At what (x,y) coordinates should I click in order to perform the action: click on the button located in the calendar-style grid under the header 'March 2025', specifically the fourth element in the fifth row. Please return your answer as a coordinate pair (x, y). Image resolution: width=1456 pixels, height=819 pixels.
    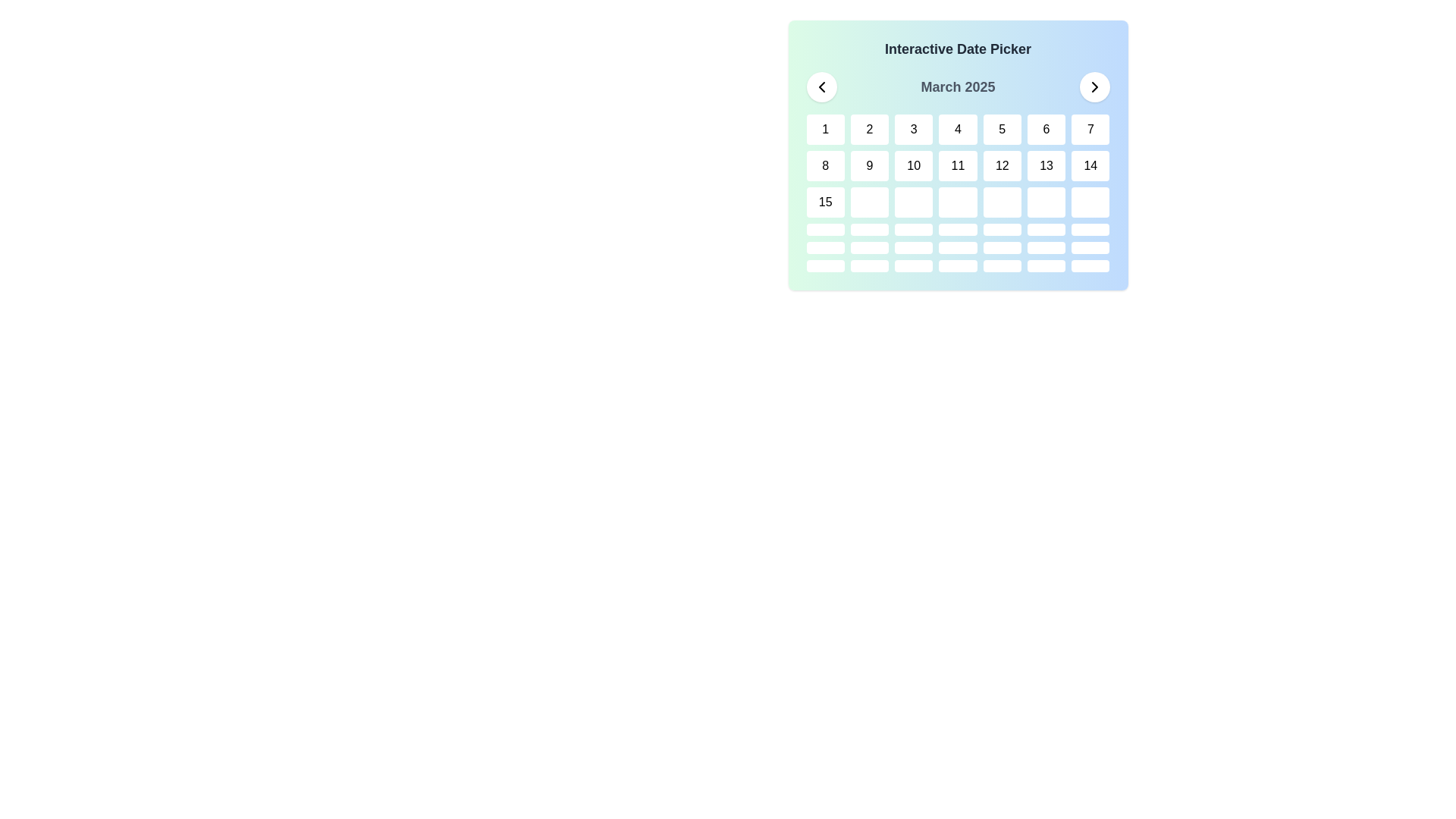
    Looking at the image, I should click on (913, 247).